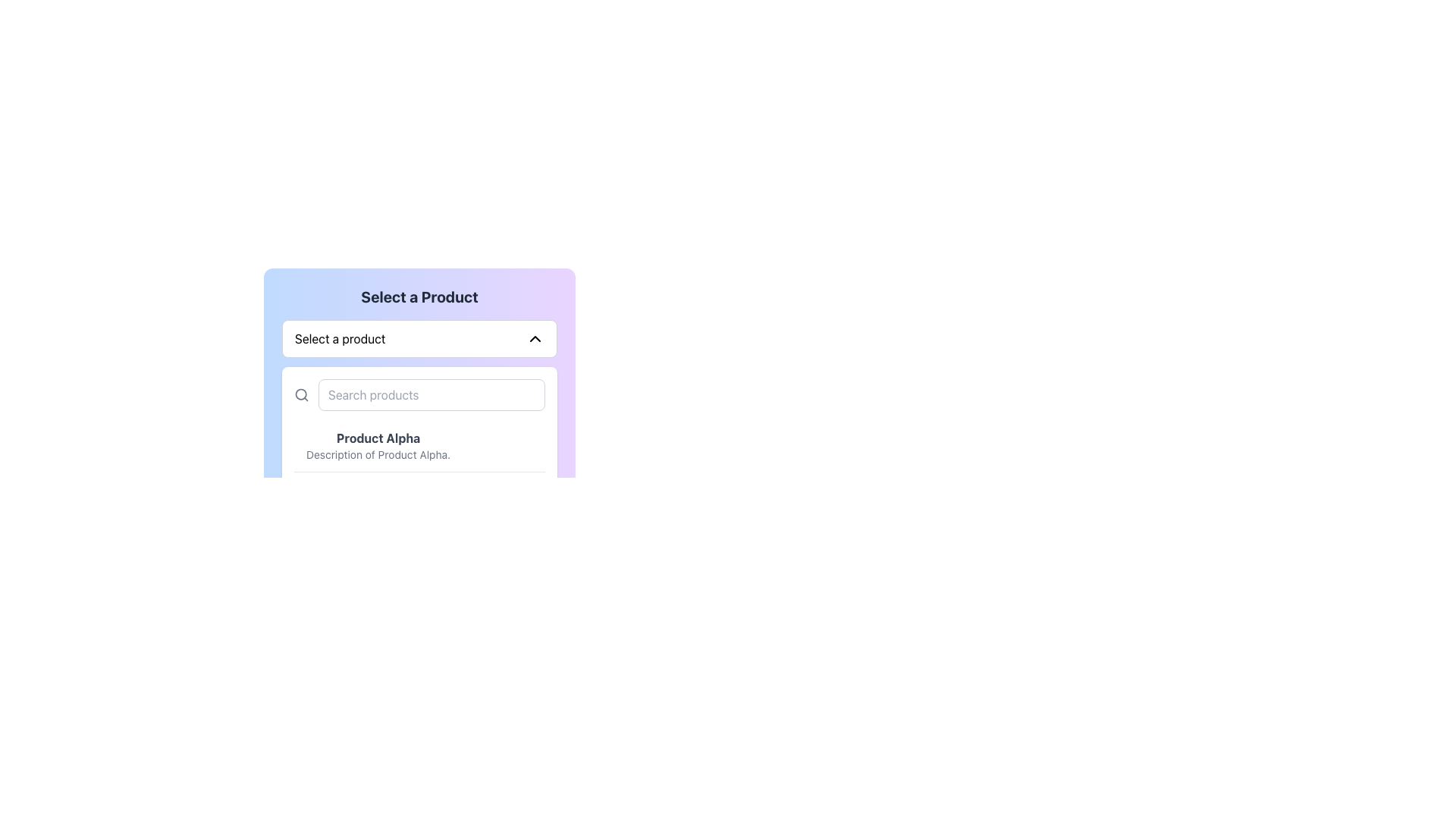 The width and height of the screenshot is (1456, 819). What do you see at coordinates (378, 444) in the screenshot?
I see `the selectable item in the product dropdown list located in the 'Select a Product' box` at bounding box center [378, 444].